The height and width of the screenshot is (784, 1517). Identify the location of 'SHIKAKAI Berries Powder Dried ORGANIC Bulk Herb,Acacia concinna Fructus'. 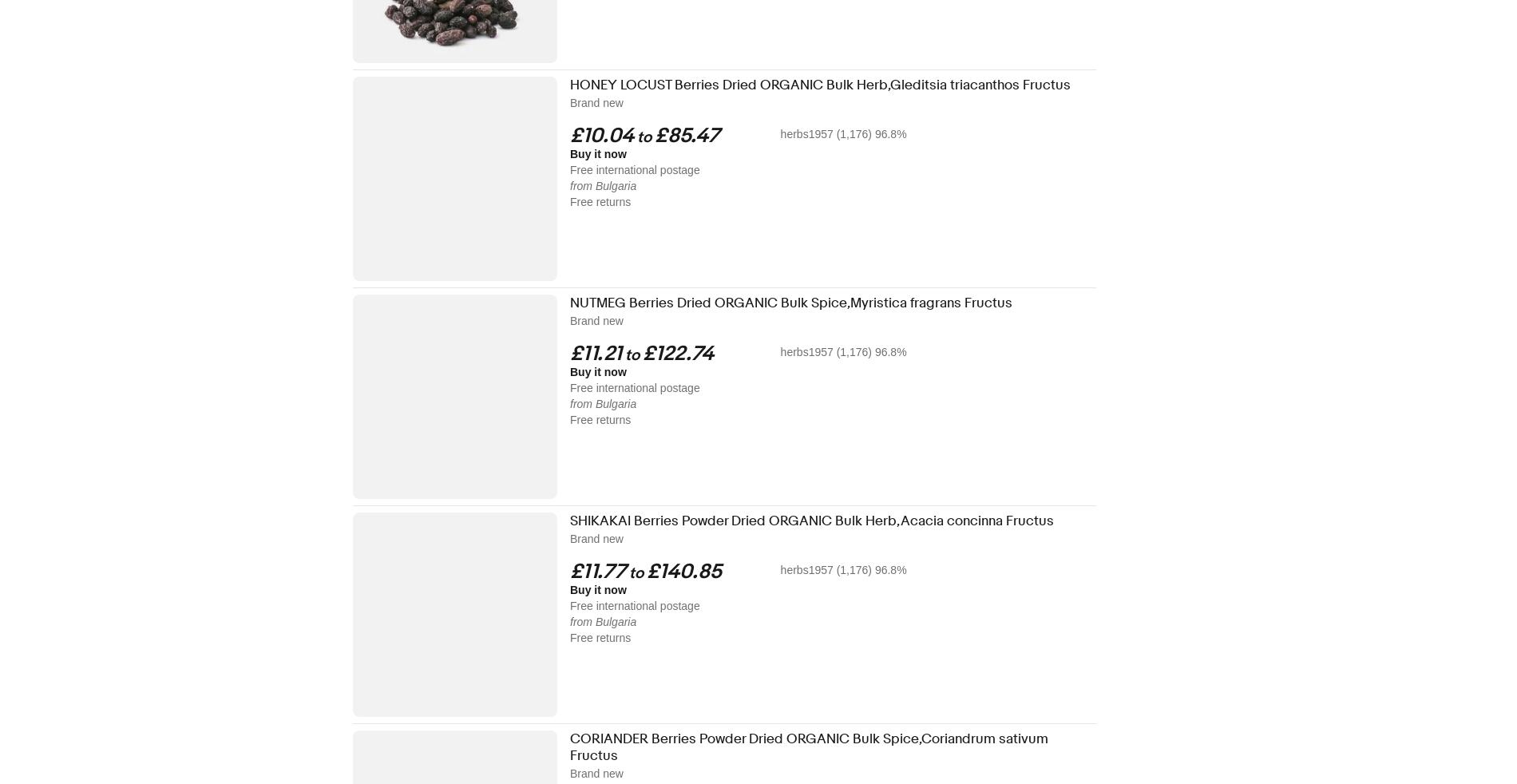
(812, 520).